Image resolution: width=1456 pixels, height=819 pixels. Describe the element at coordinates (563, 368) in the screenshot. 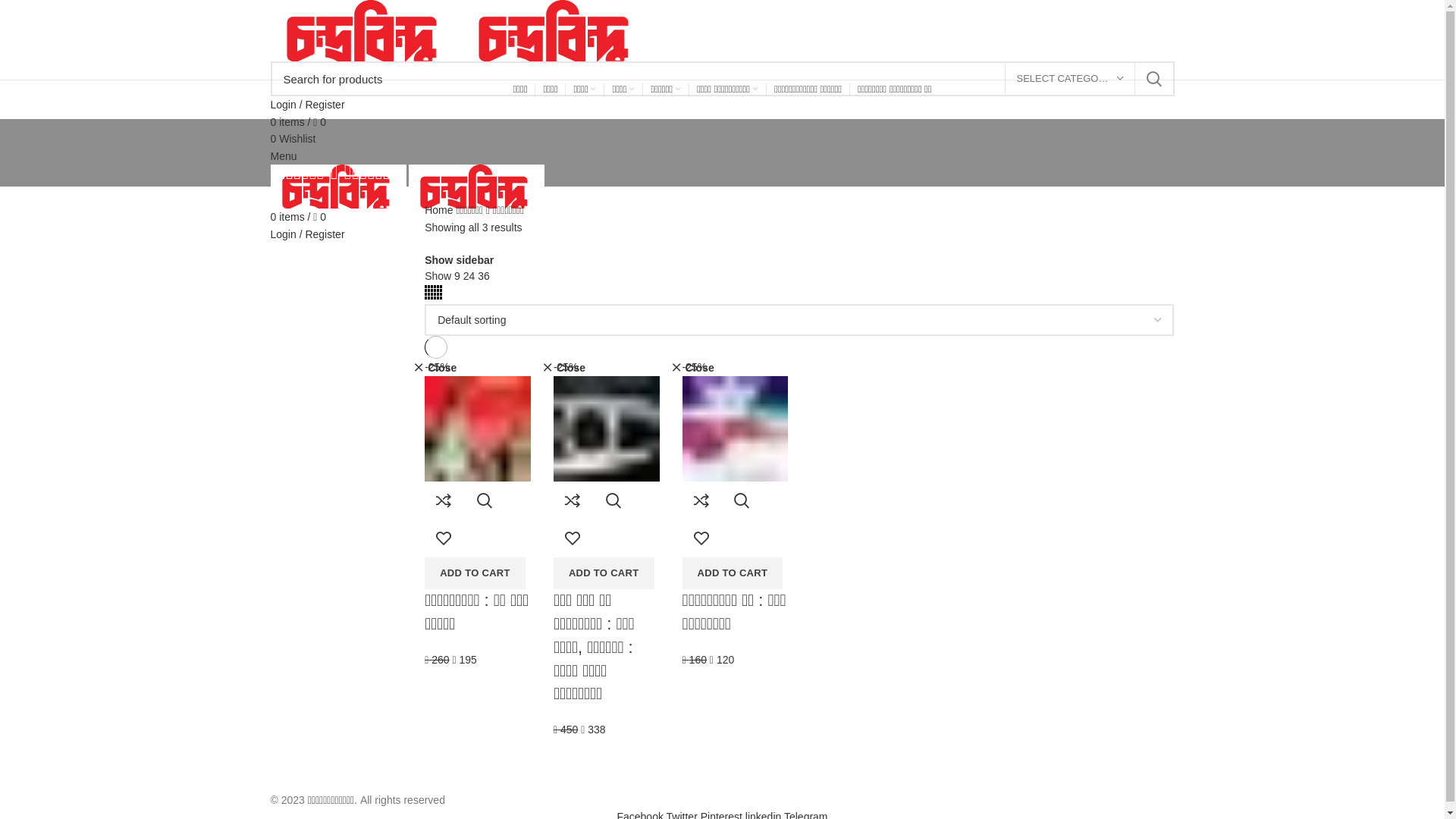

I see `'Close'` at that location.